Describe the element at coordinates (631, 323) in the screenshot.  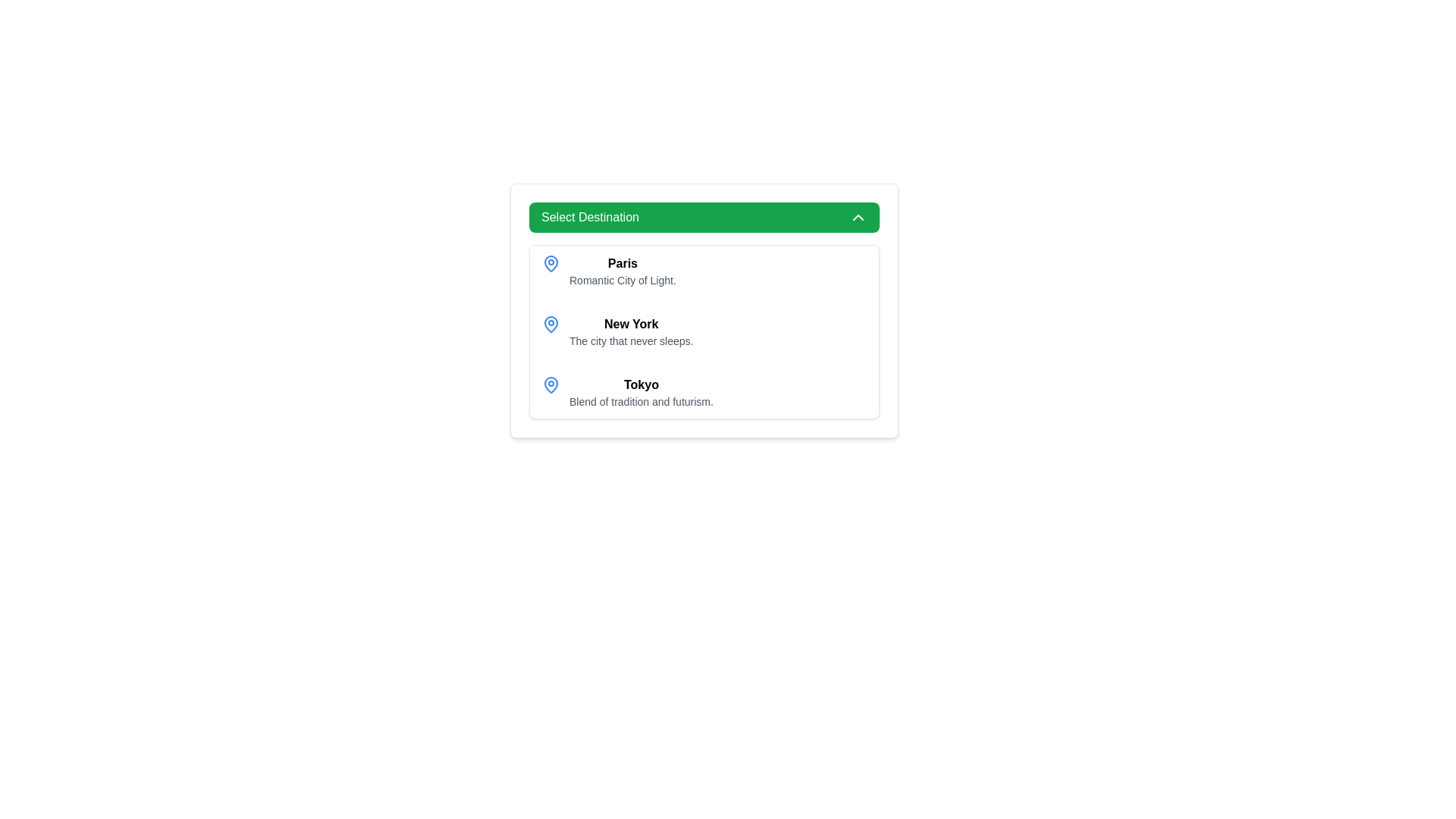
I see `the 'New York' text label` at that location.